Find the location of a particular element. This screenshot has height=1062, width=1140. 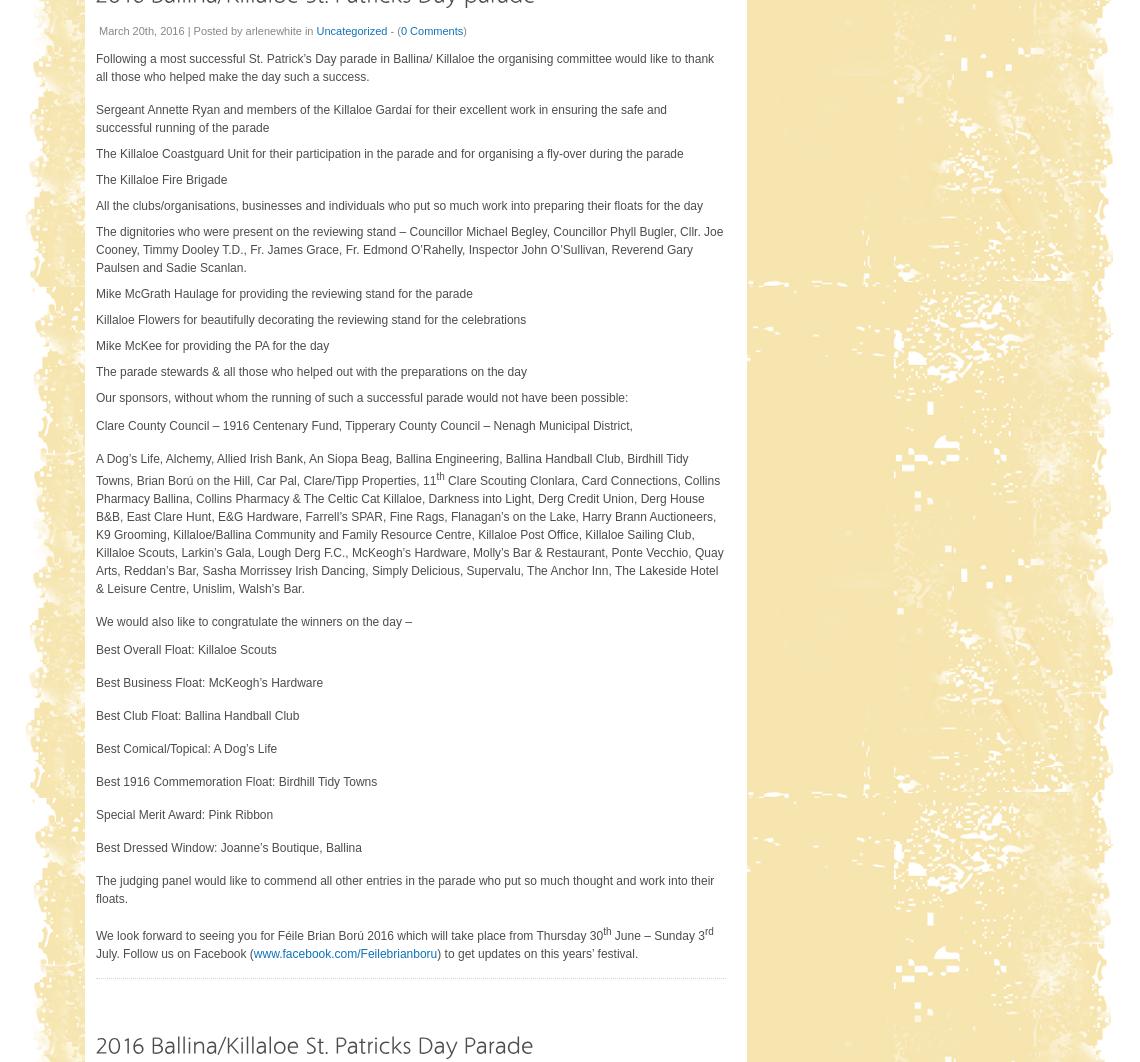

'Best Business Float: McKeogh’s Hardware' is located at coordinates (209, 682).